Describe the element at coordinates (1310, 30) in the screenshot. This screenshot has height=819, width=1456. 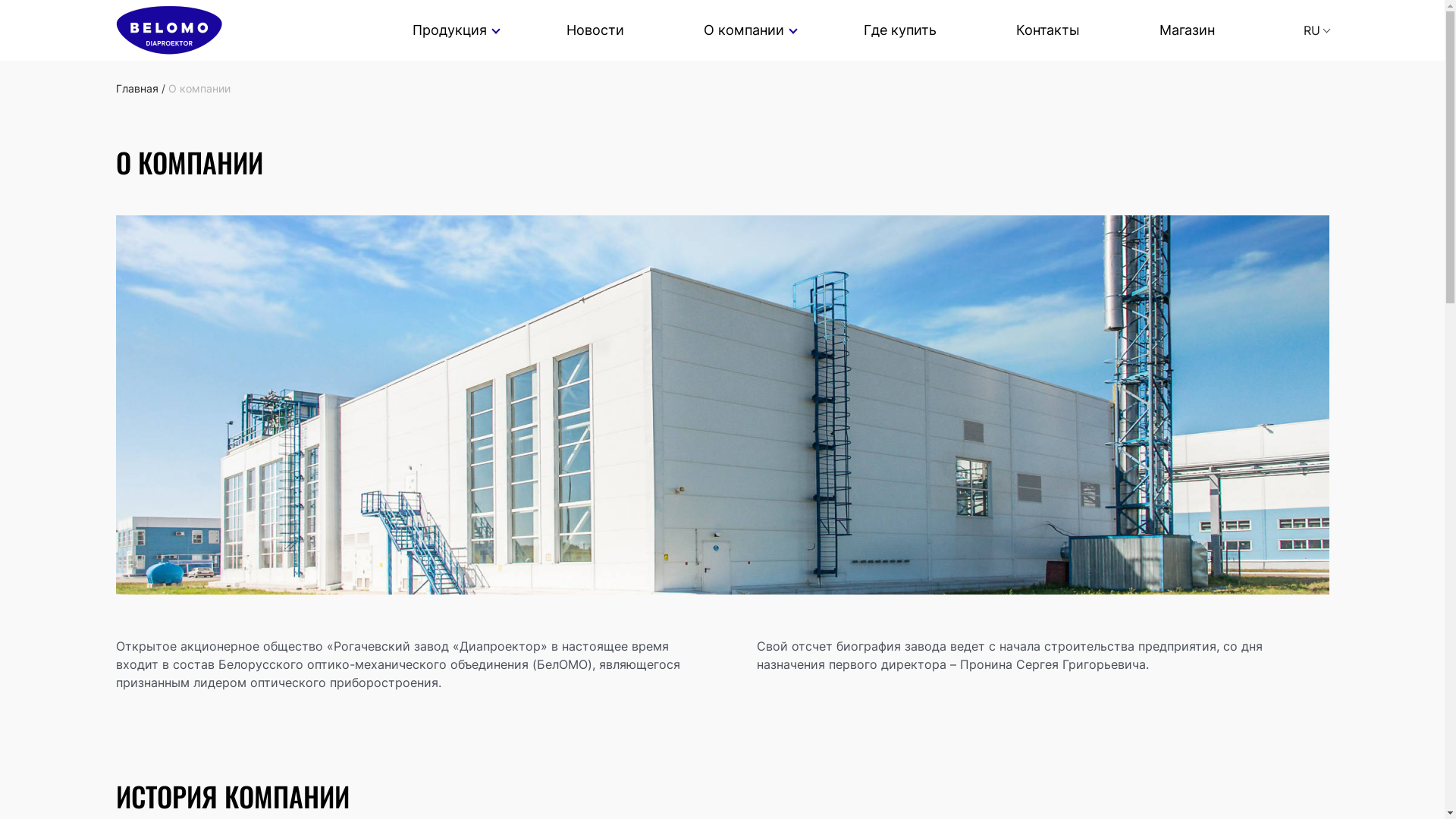
I see `'RU'` at that location.